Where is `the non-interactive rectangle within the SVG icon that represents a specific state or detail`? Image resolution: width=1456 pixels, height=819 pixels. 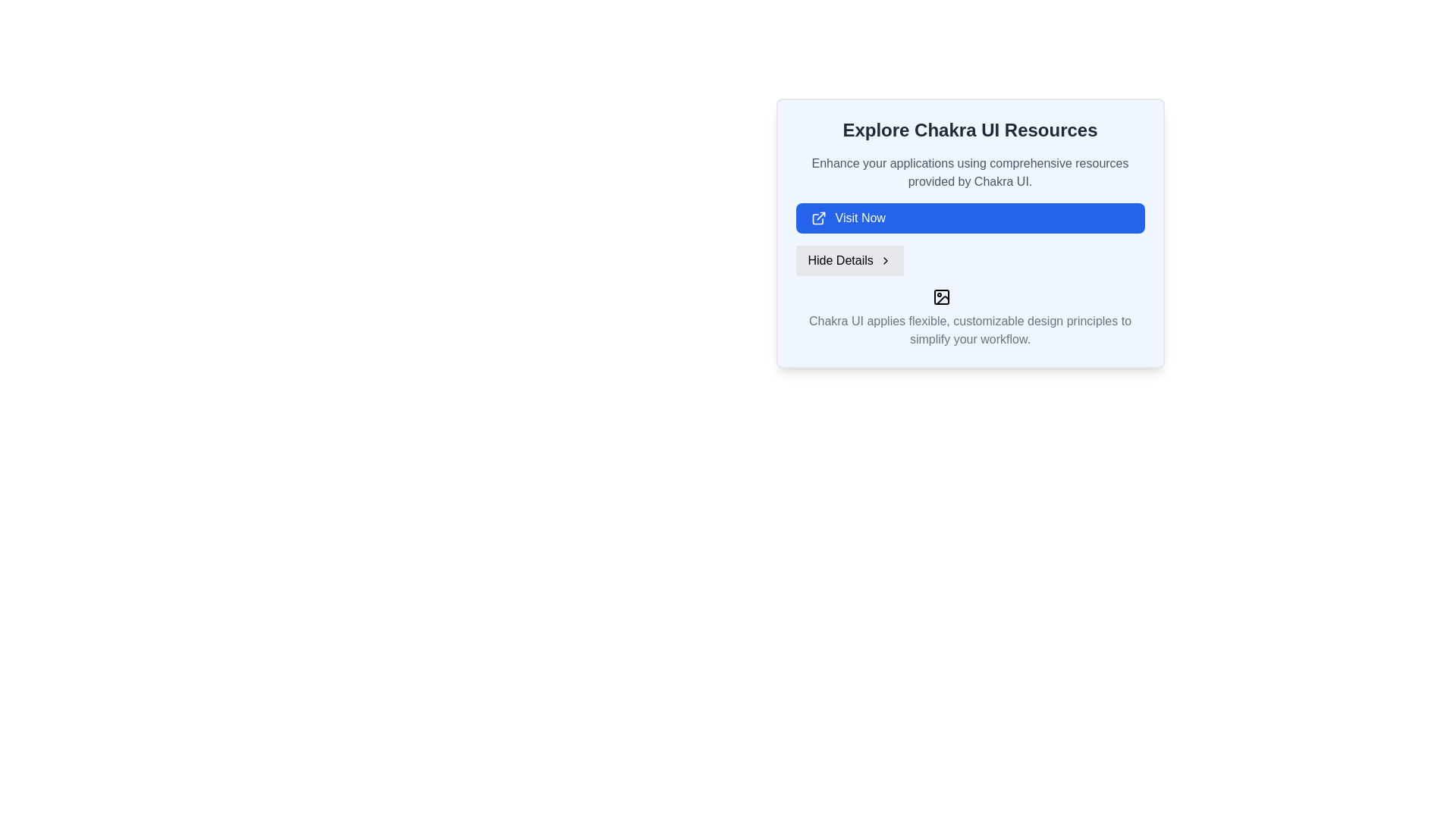 the non-interactive rectangle within the SVG icon that represents a specific state or detail is located at coordinates (940, 297).